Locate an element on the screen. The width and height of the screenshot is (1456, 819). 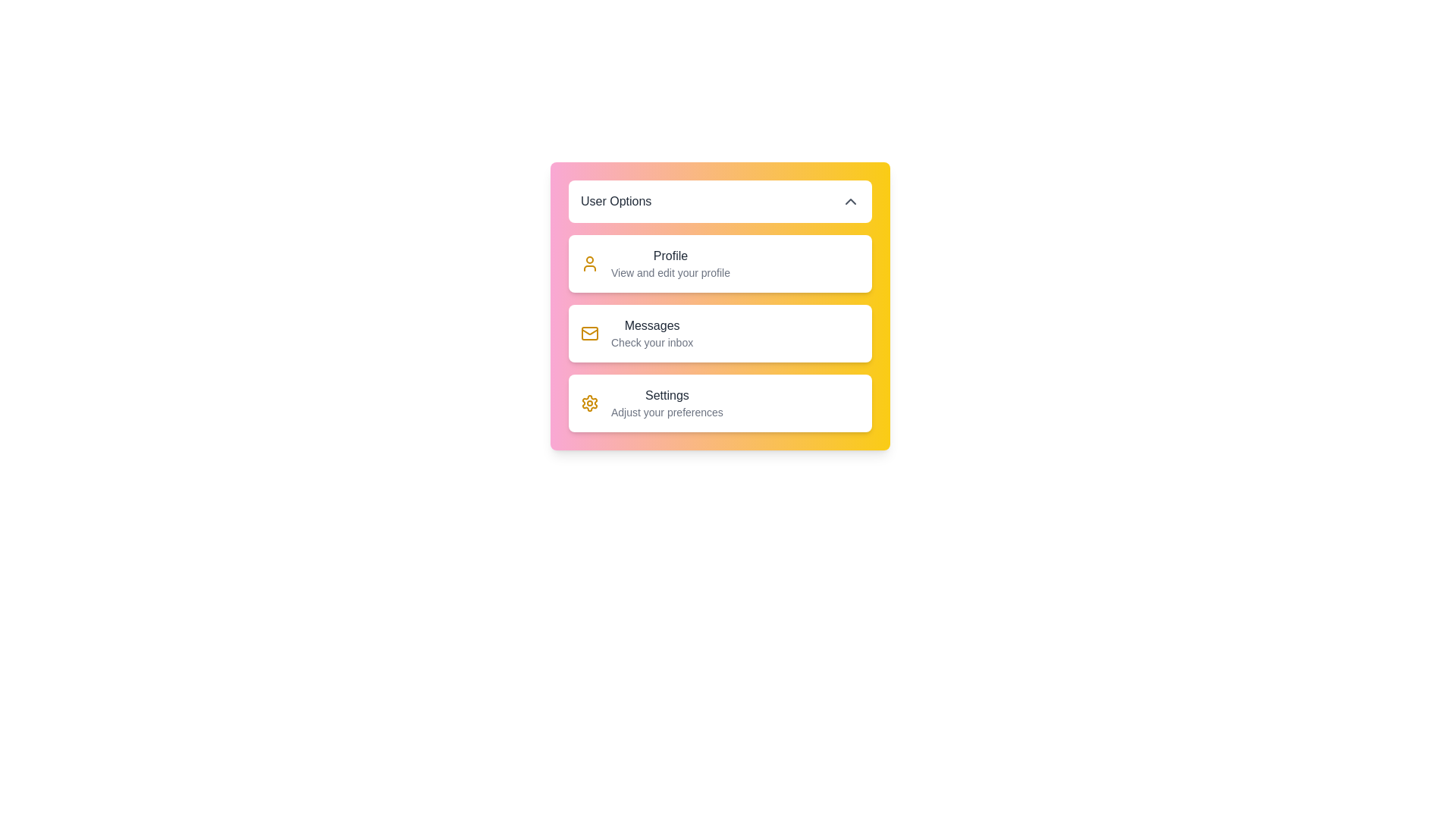
the user option Settings from the menu is located at coordinates (720, 403).